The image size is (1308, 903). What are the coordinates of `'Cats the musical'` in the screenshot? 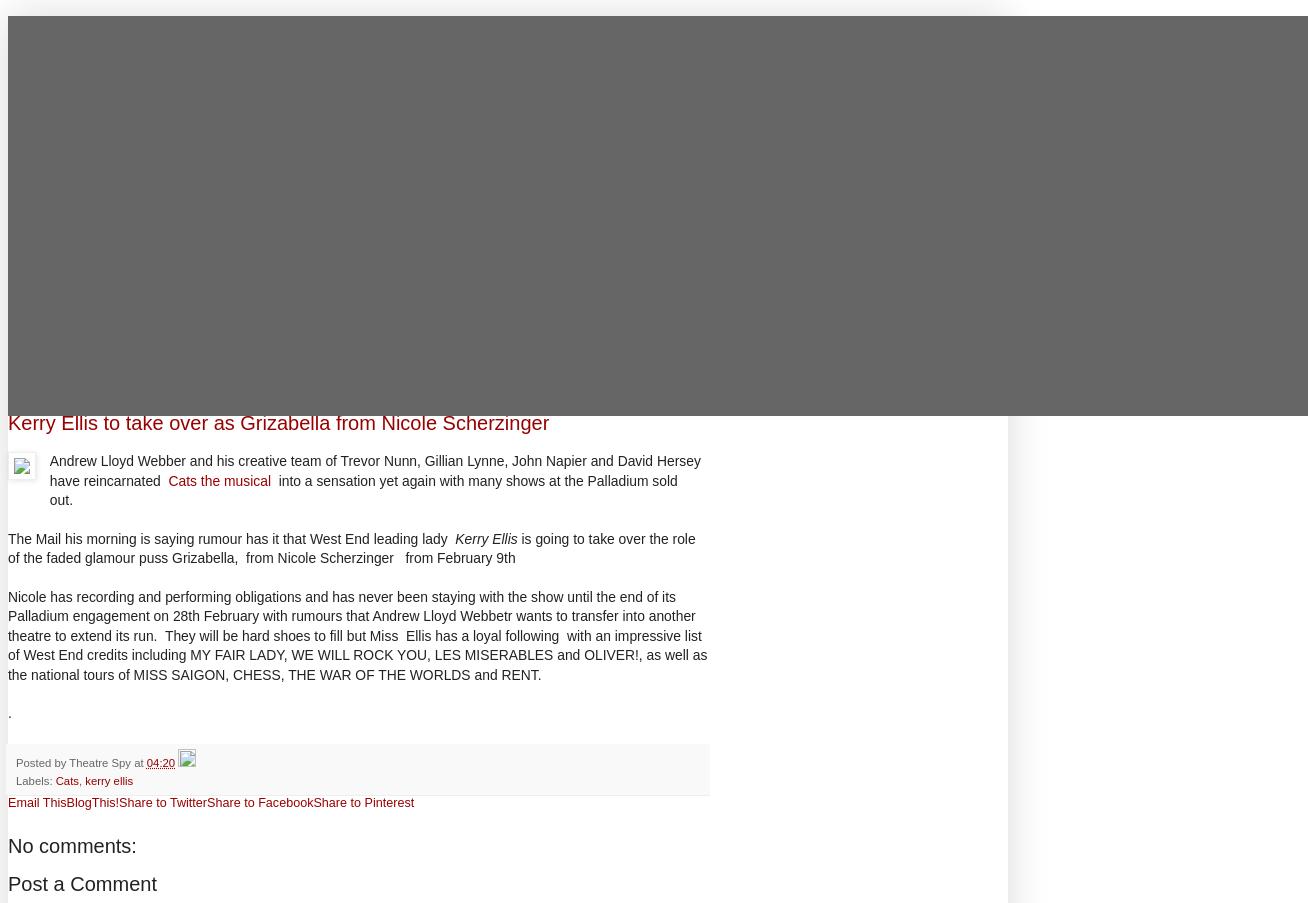 It's located at (223, 480).